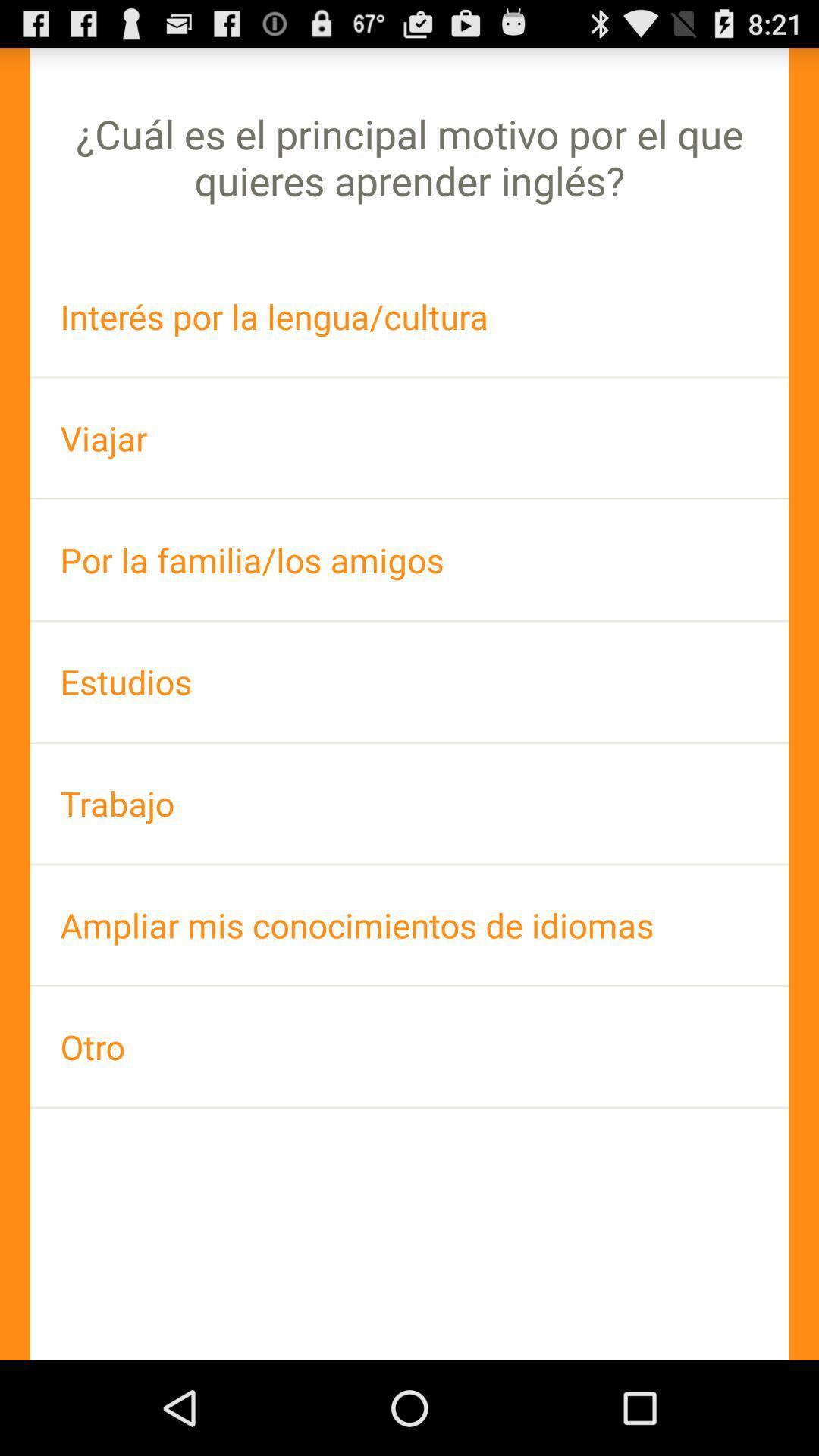  Describe the element at coordinates (409, 802) in the screenshot. I see `trabajo` at that location.